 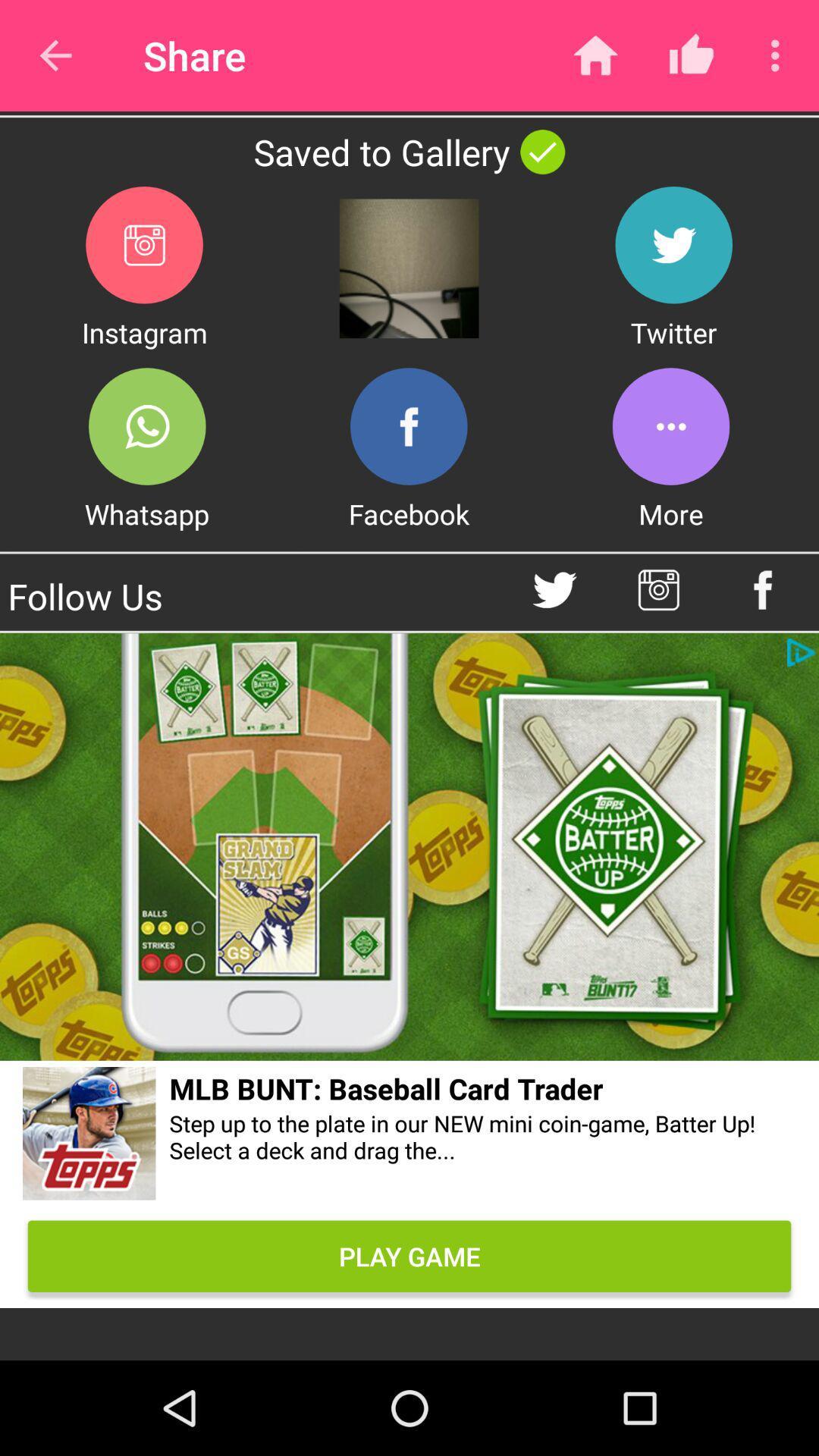 I want to click on follow on twitter, so click(x=554, y=589).